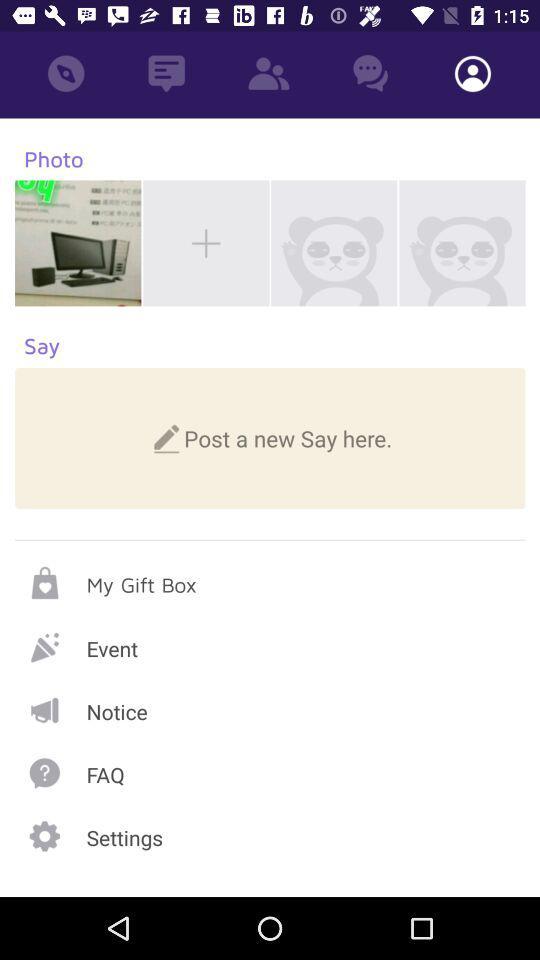  What do you see at coordinates (270, 772) in the screenshot?
I see `faq` at bounding box center [270, 772].